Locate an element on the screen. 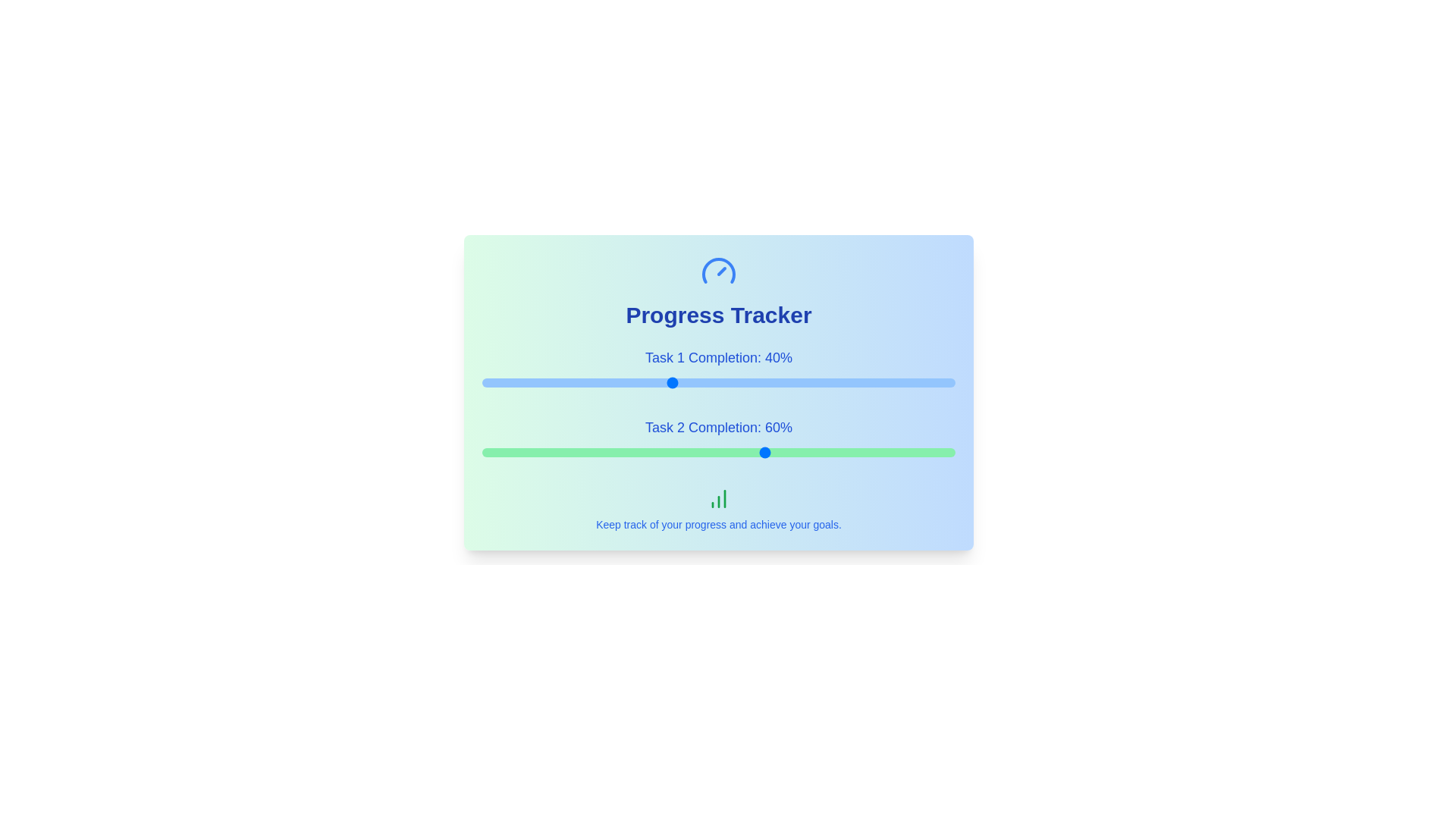 Image resolution: width=1456 pixels, height=819 pixels. the graphical icon that represents progress tracking, located beneath the progress bars and above the text 'Keep track of your progress and achieve your goals.' is located at coordinates (718, 499).